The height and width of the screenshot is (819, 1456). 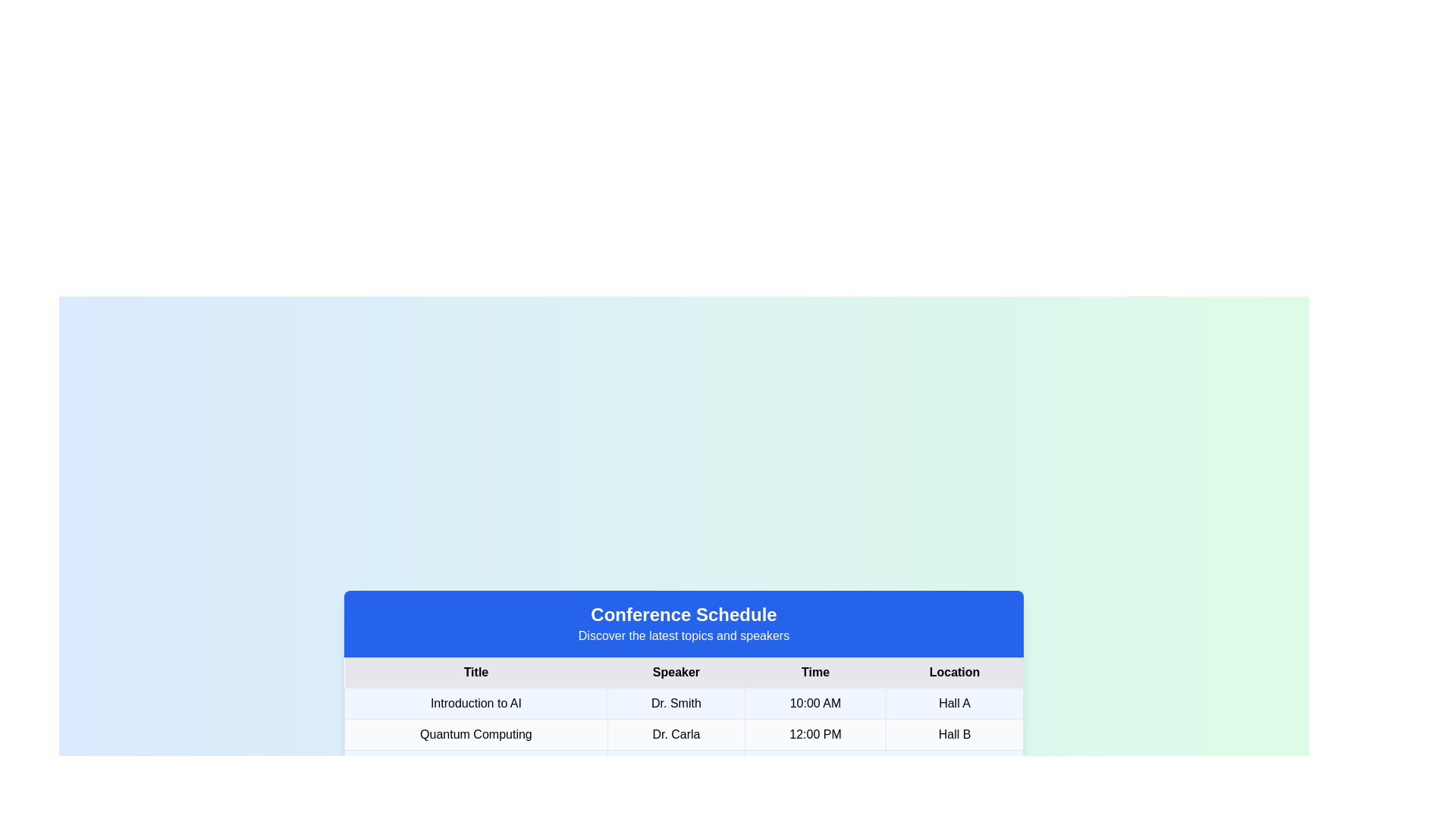 I want to click on the 'Time' text label that displays the scheduled time for the 'Quantum Computing' session in the conference schedule table, so click(x=814, y=733).